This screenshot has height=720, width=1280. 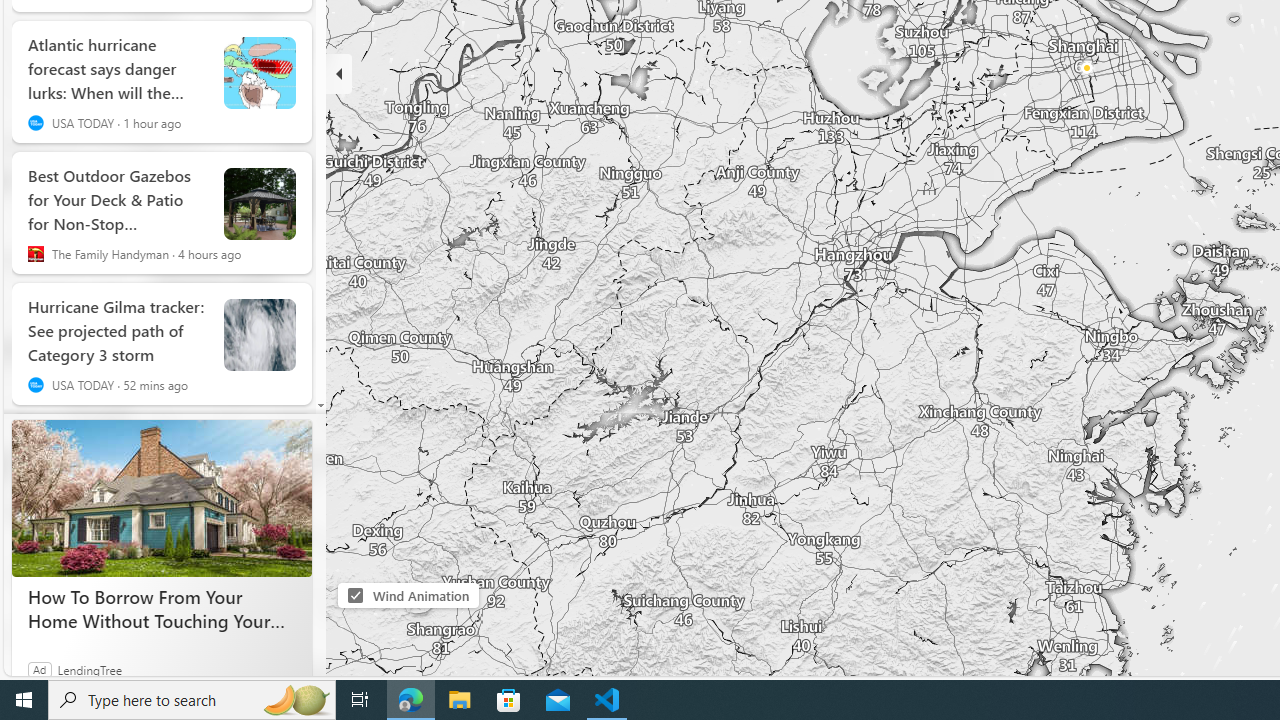 What do you see at coordinates (355, 594) in the screenshot?
I see `'Wind Animation'` at bounding box center [355, 594].